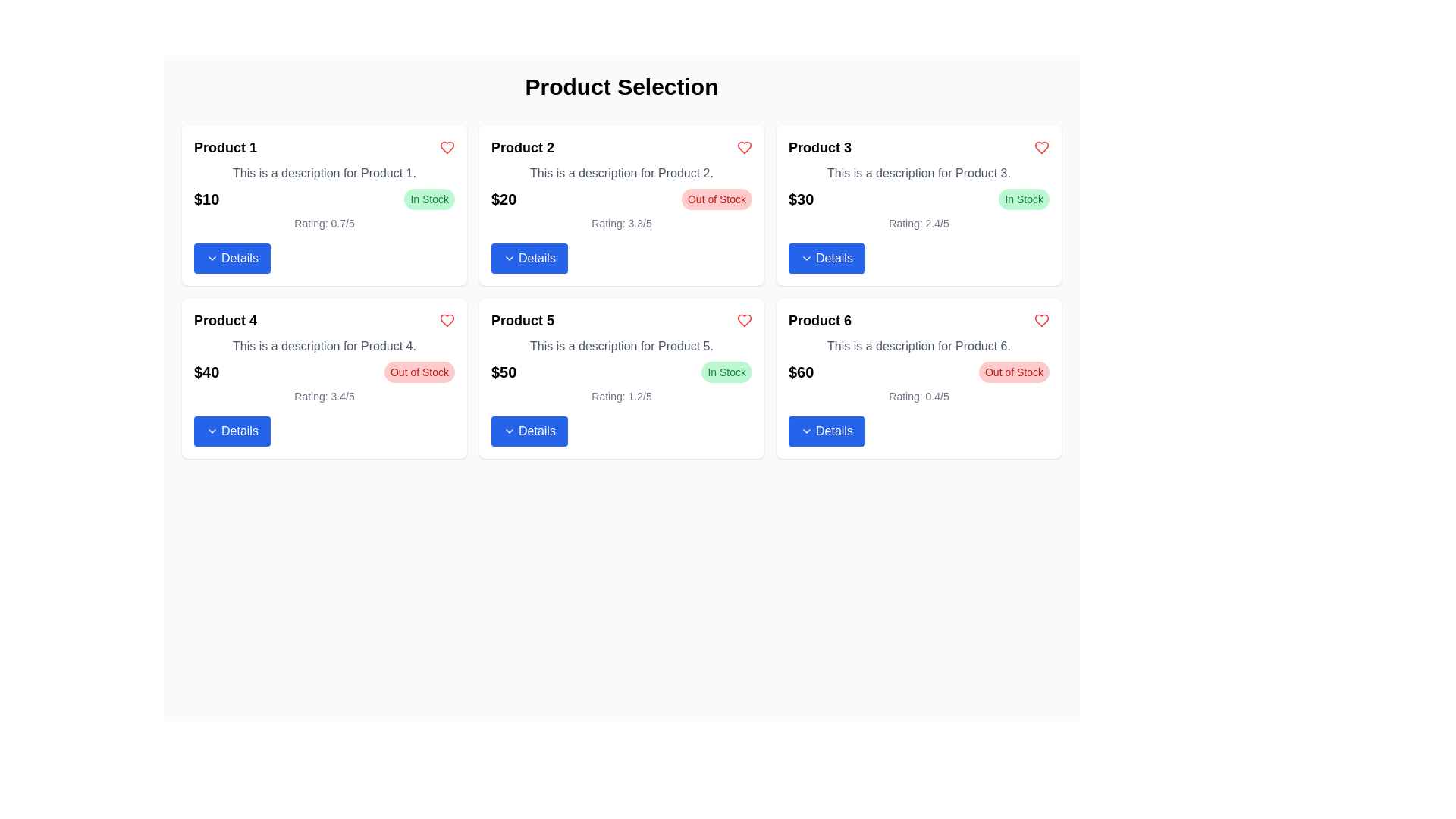 The height and width of the screenshot is (819, 1456). I want to click on the text label displaying the product's rating, which reads 'Rating: 0.4/5', positioned above the blue 'Details' button and below the red 'Out of Stock' label for 'Product 6', so click(918, 396).